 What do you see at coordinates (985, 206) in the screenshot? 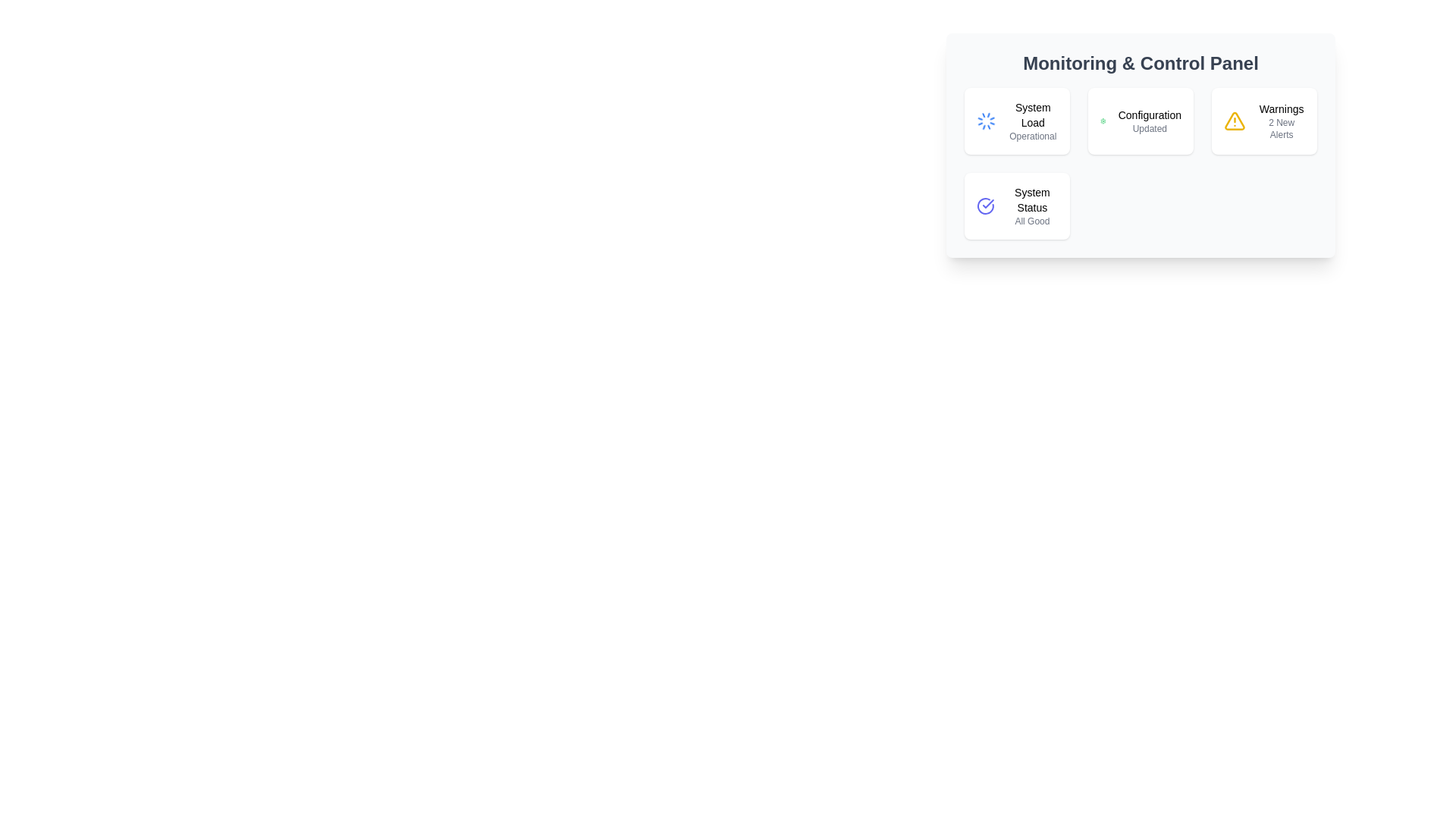
I see `the system status icon that visually indicates good operational condition, located within the 'System Status' section, aligned to the left margin` at bounding box center [985, 206].